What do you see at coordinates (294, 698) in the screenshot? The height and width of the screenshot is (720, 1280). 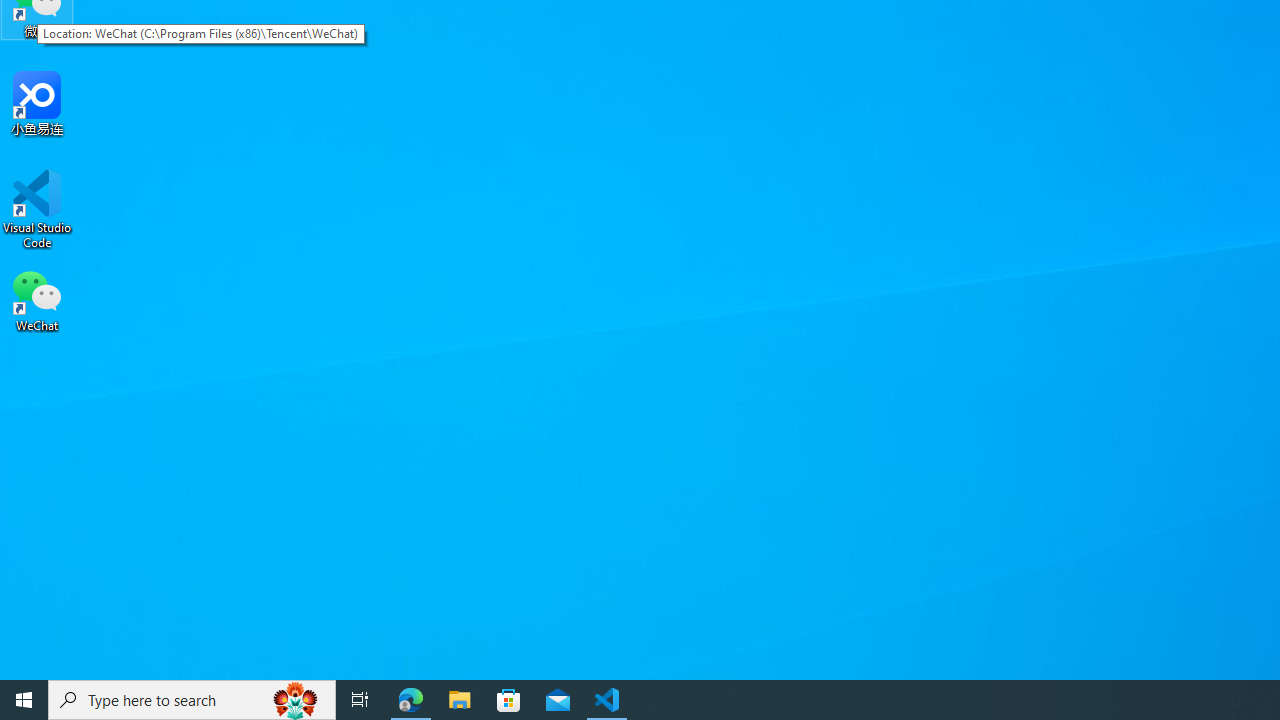 I see `'Search highlights icon opens search home window'` at bounding box center [294, 698].